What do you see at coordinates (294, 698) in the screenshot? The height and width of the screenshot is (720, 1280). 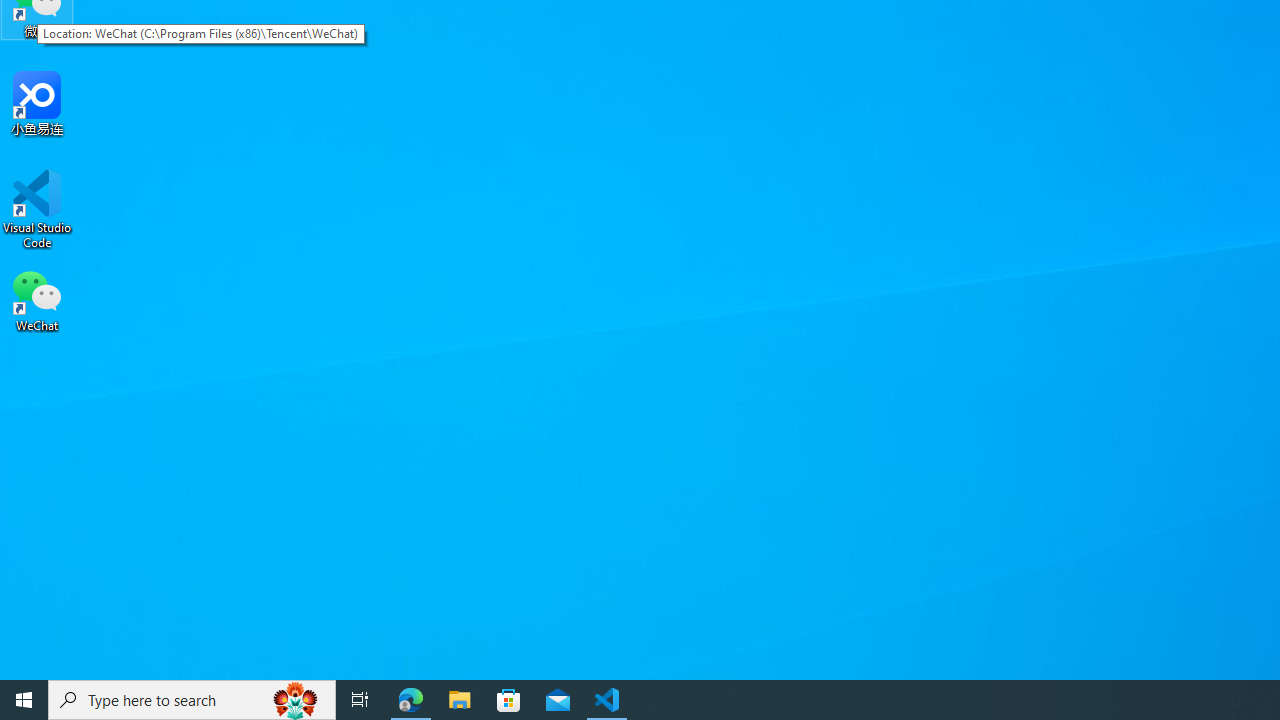 I see `'Search highlights icon opens search home window'` at bounding box center [294, 698].